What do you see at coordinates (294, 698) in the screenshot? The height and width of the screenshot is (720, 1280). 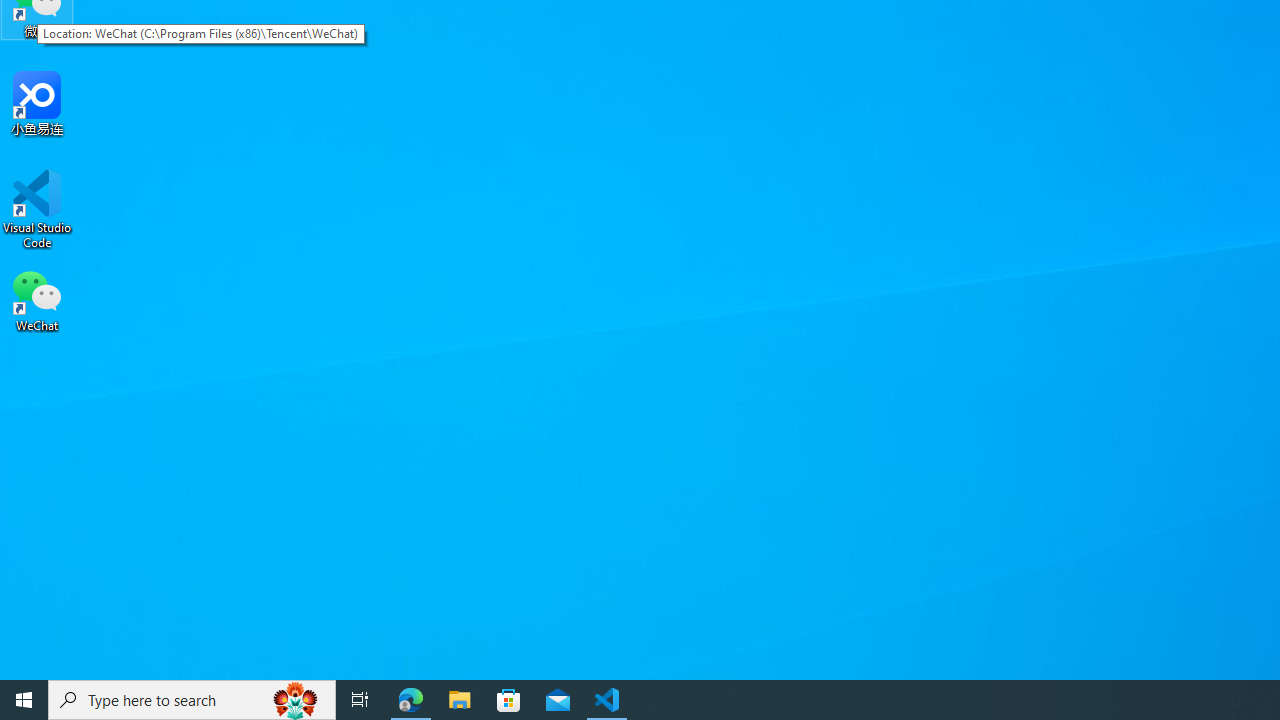 I see `'Search highlights icon opens search home window'` at bounding box center [294, 698].